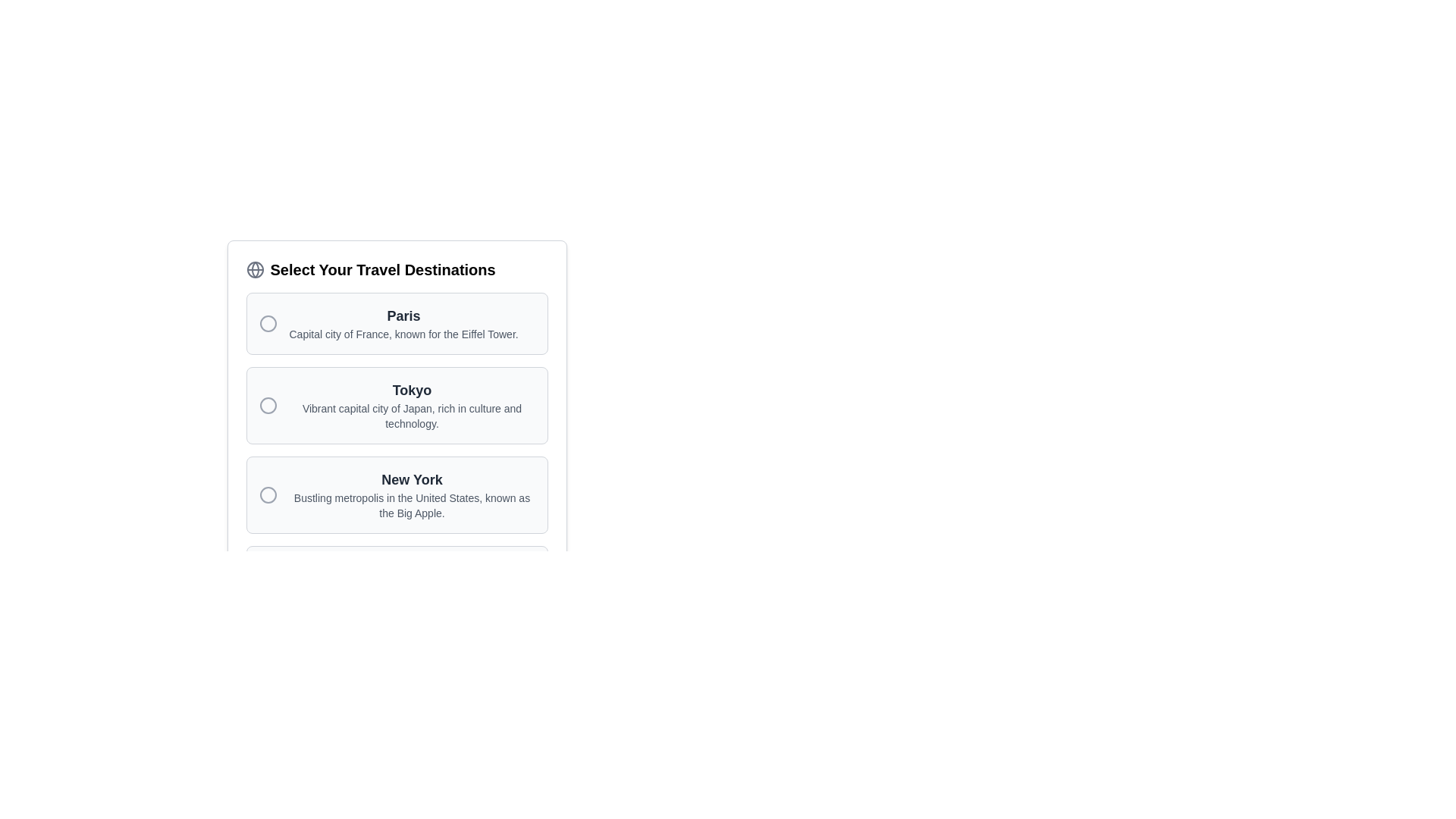 The width and height of the screenshot is (1456, 819). I want to click on the circular radio button next to the 'Paris' label in the travel destination list, so click(268, 323).